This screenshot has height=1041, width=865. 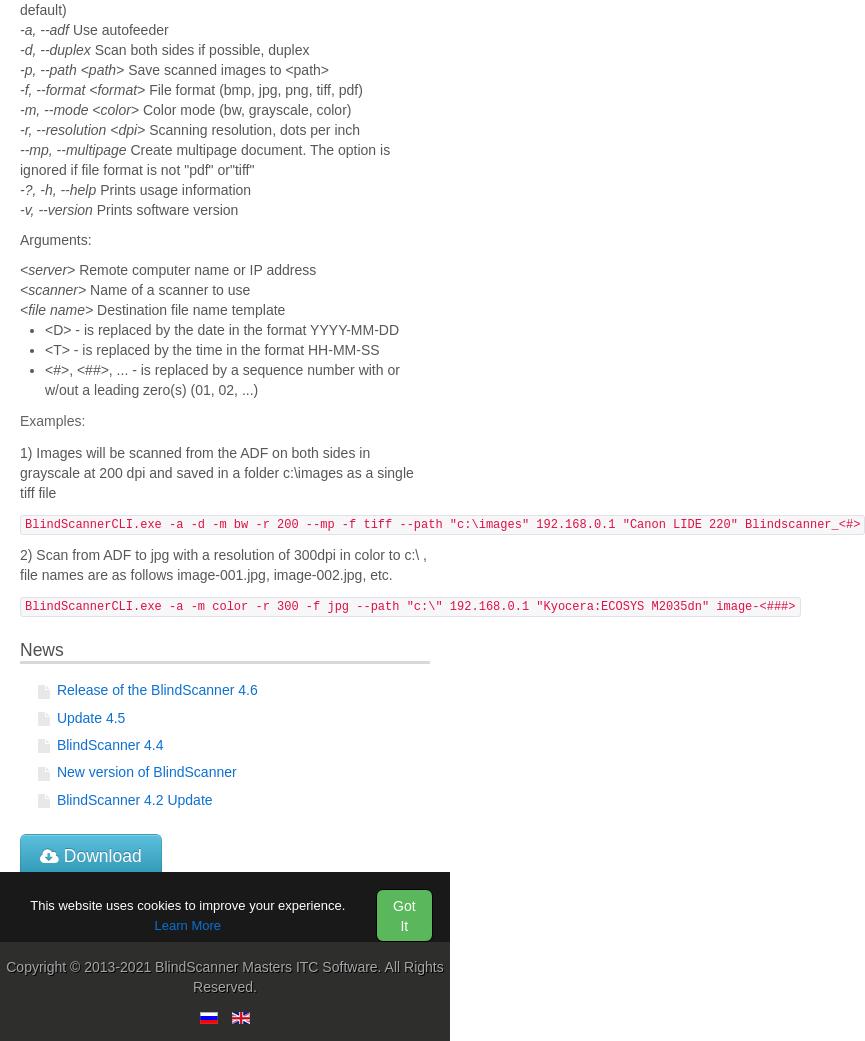 I want to click on '-p, --path <path>', so click(x=71, y=68).